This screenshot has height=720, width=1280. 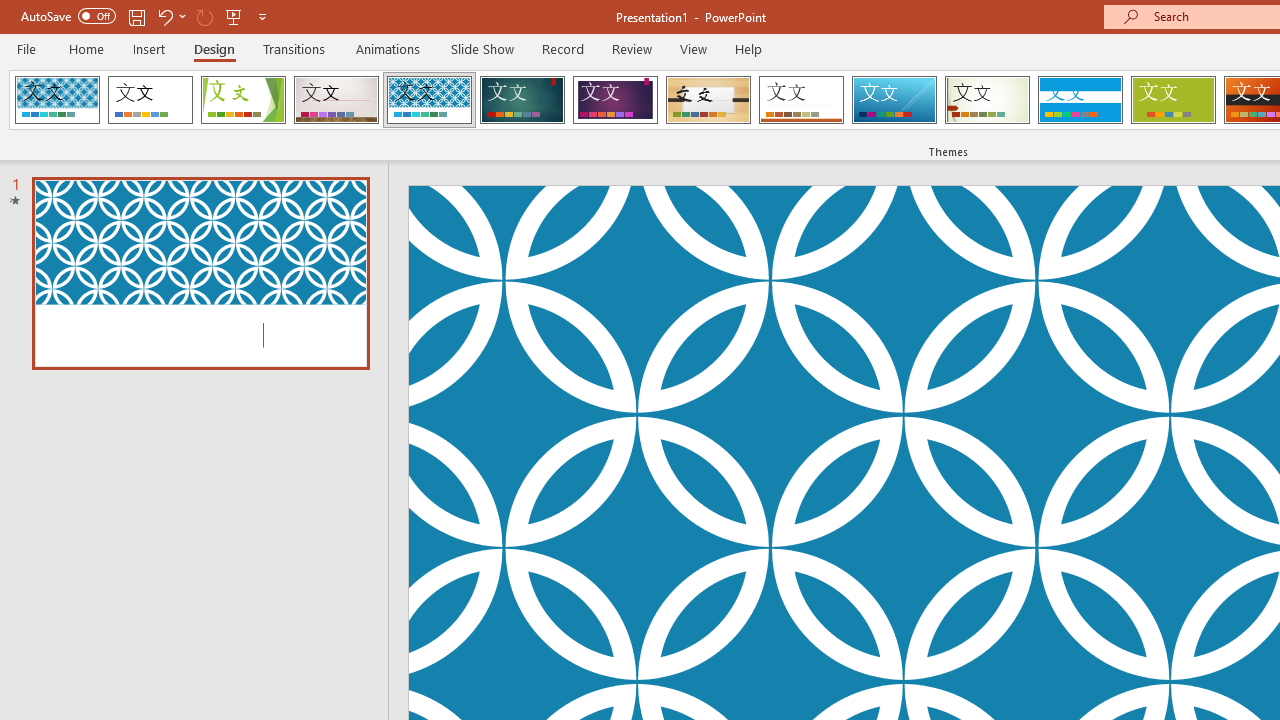 What do you see at coordinates (336, 100) in the screenshot?
I see `'Gallery Loading Preview...'` at bounding box center [336, 100].